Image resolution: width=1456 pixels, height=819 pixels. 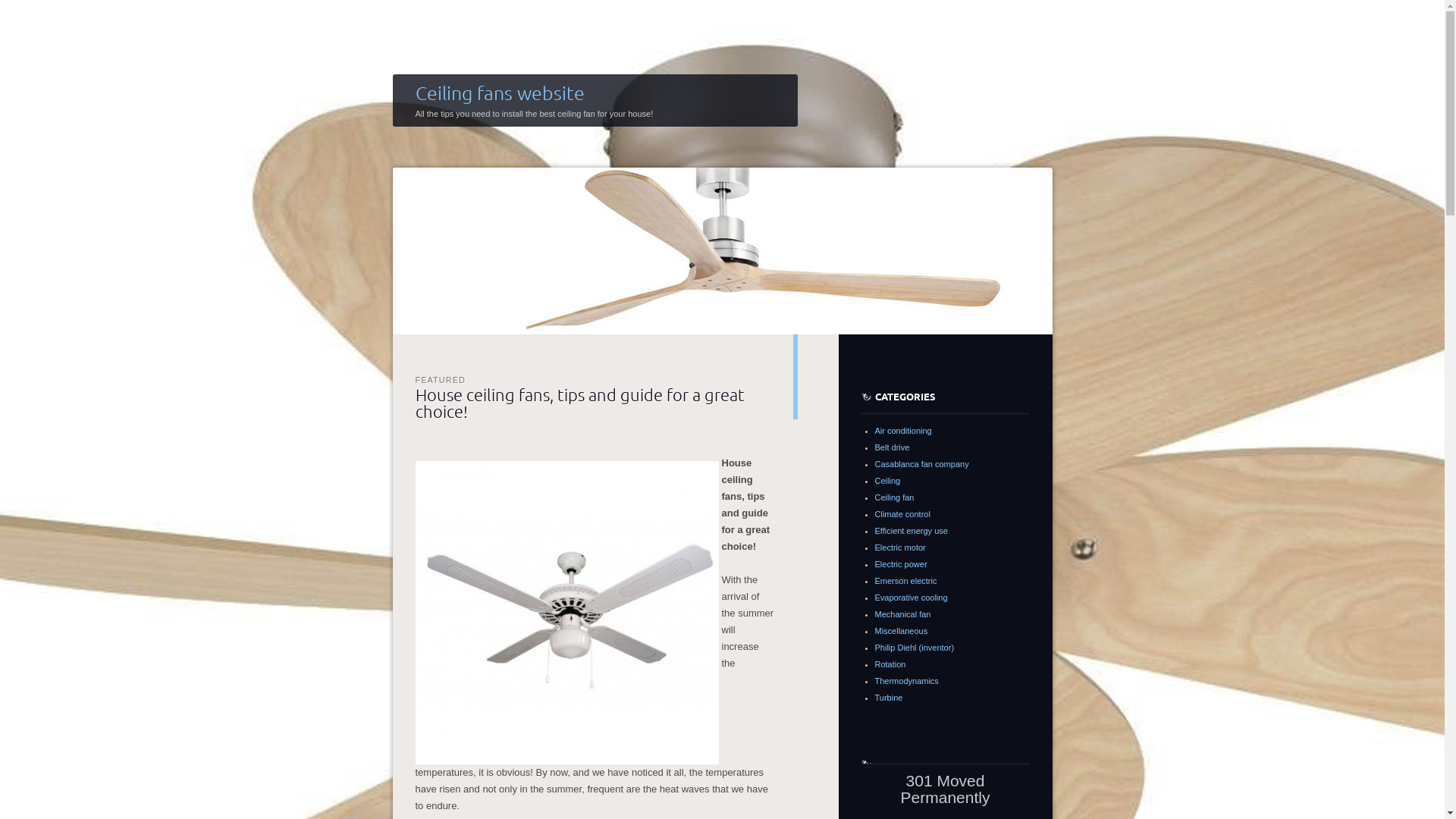 I want to click on 'Efficient energy use', so click(x=910, y=529).